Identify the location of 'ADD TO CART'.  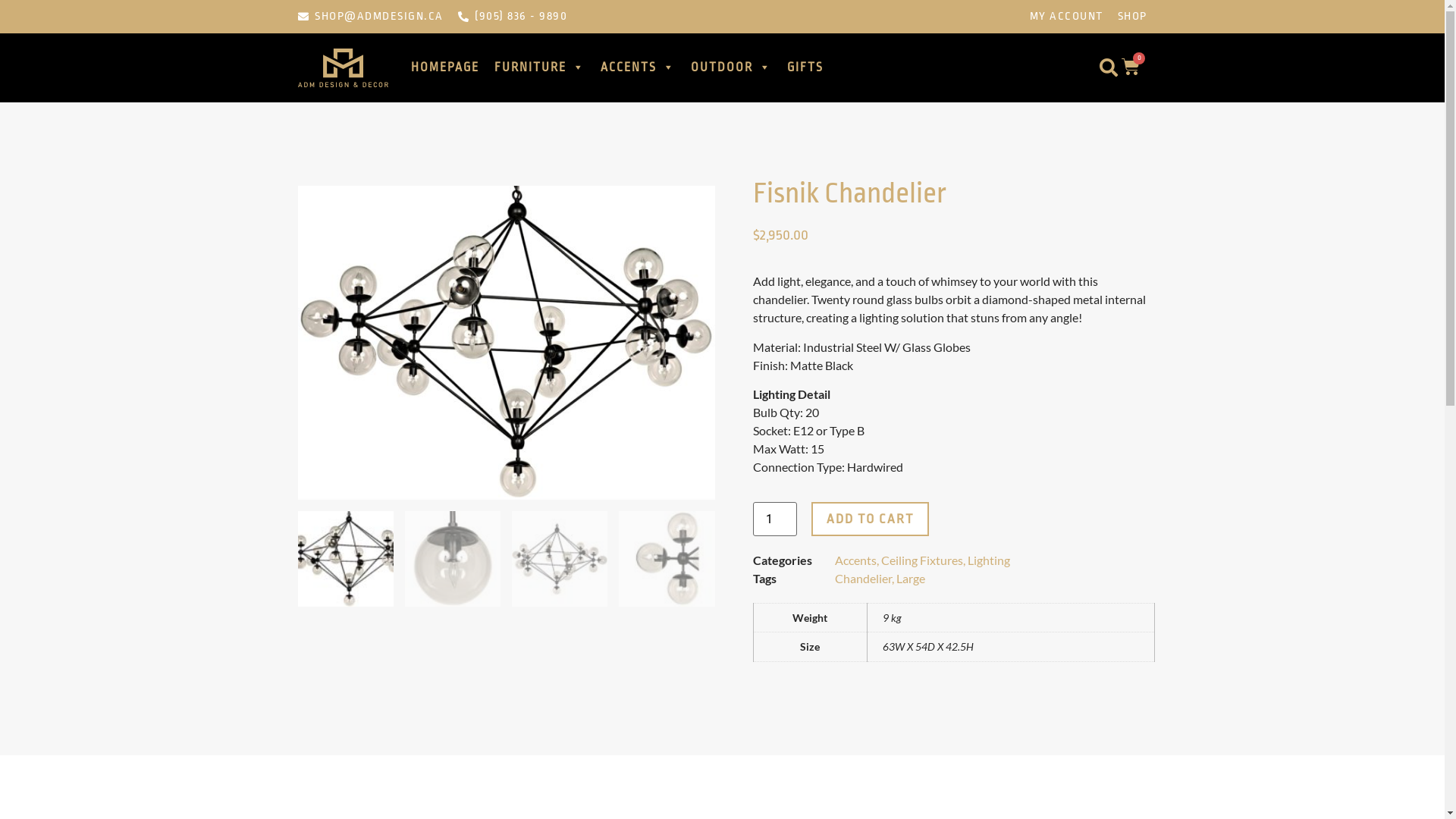
(870, 517).